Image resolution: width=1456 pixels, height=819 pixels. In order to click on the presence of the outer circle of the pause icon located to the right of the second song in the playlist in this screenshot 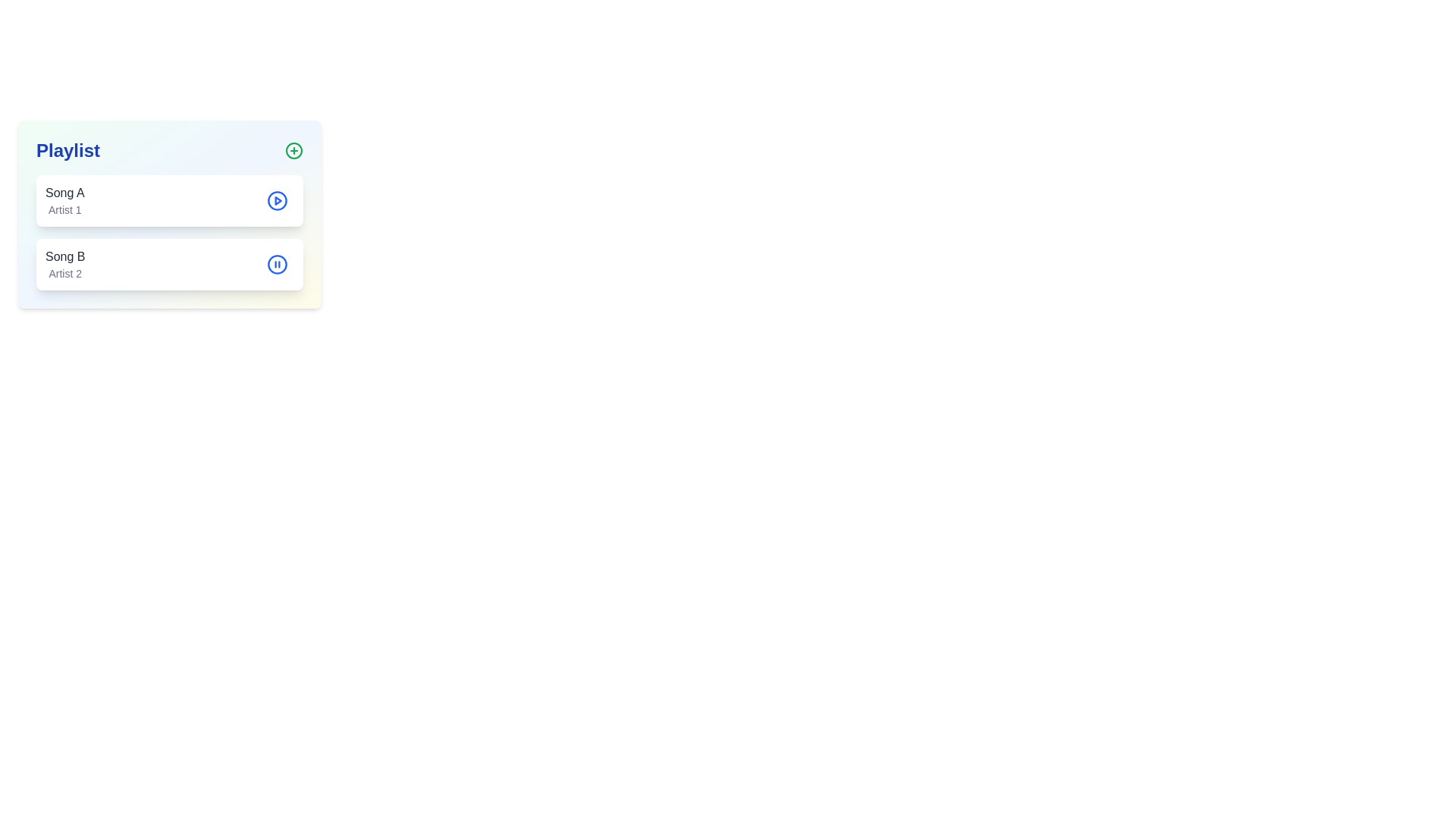, I will do `click(277, 263)`.